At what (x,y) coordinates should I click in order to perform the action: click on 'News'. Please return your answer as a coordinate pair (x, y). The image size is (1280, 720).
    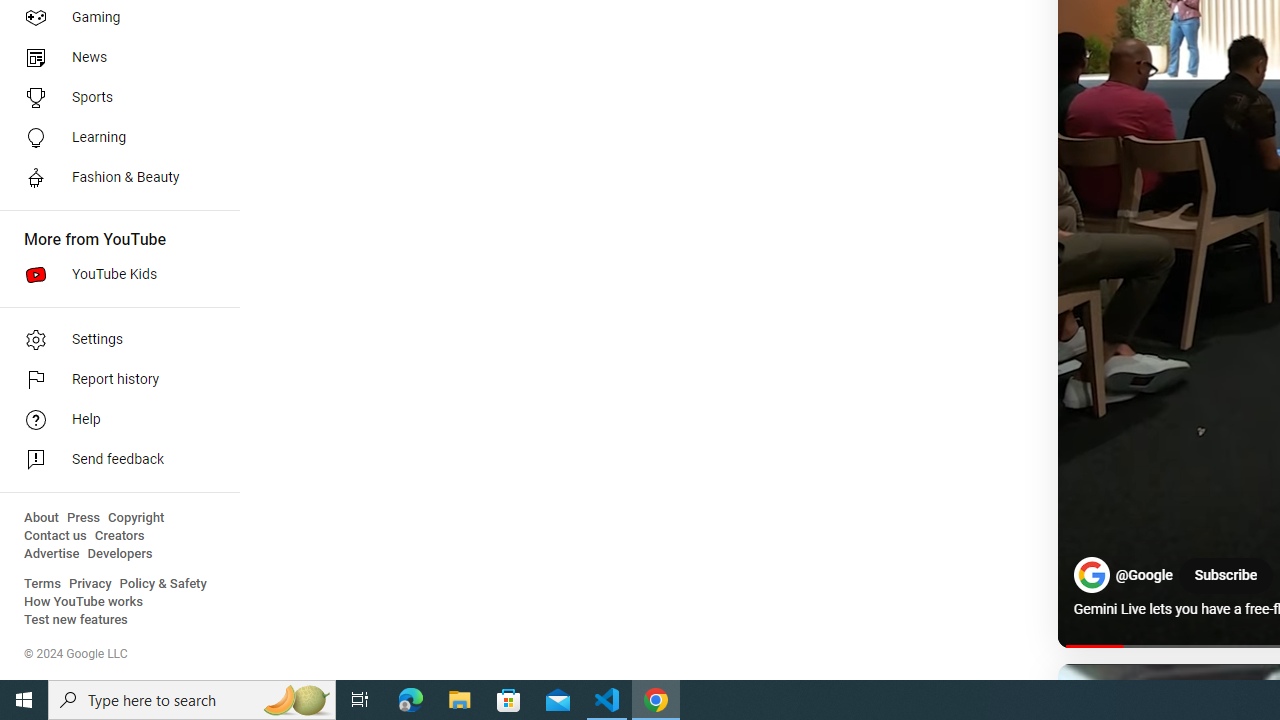
    Looking at the image, I should click on (112, 56).